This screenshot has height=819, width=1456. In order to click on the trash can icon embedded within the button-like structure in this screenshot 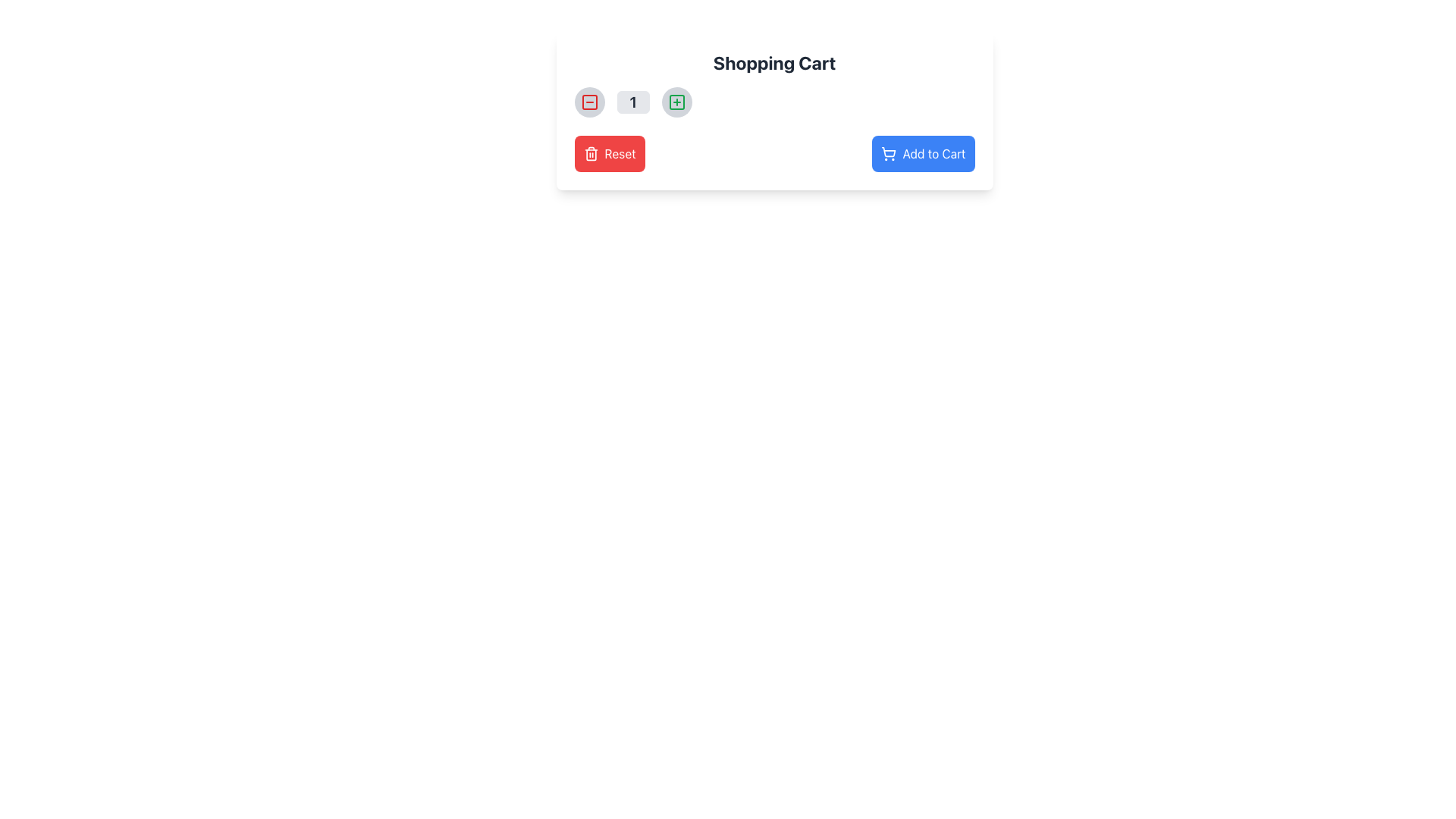, I will do `click(590, 155)`.